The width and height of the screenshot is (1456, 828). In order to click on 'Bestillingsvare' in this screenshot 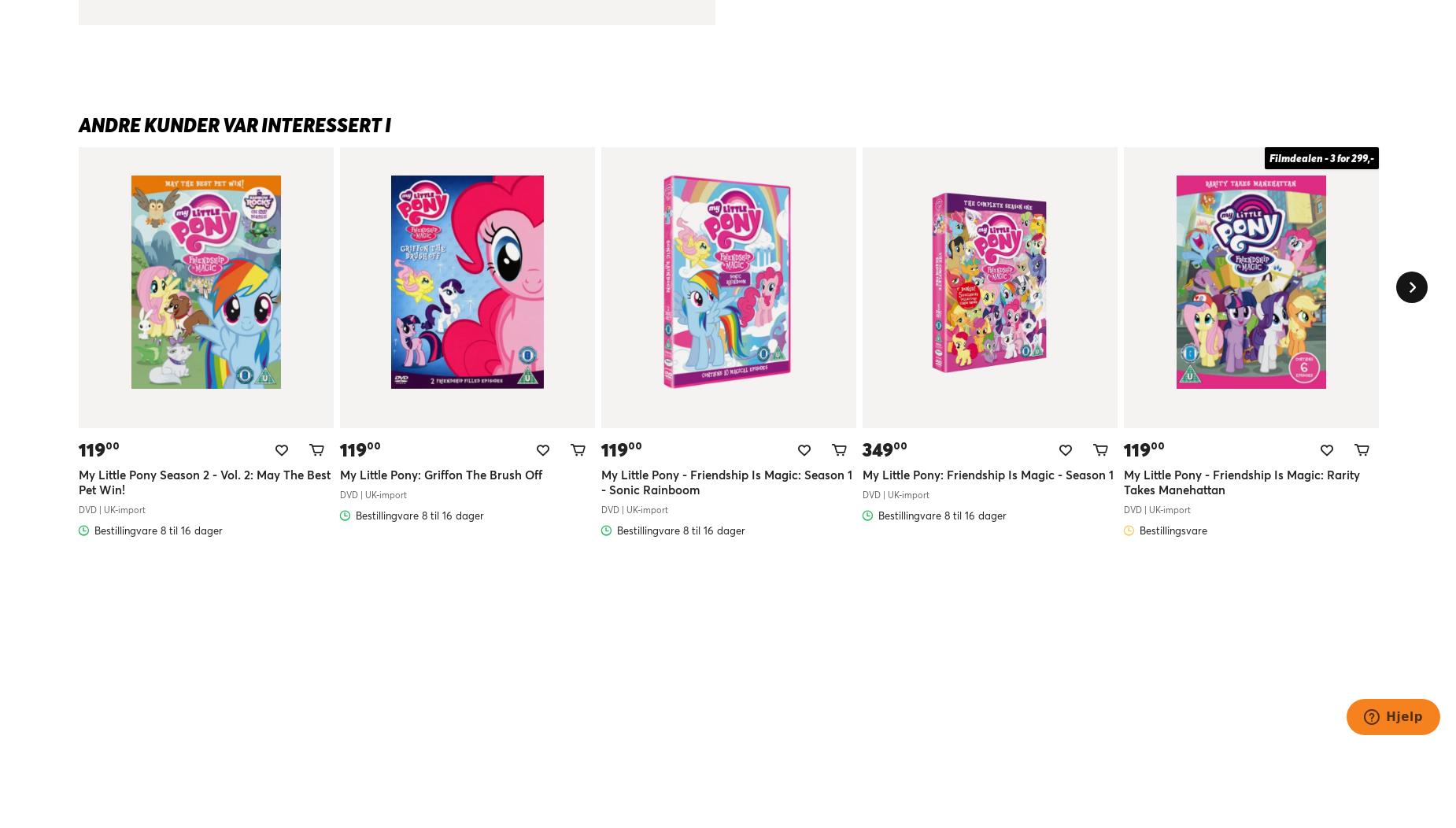, I will do `click(1173, 528)`.